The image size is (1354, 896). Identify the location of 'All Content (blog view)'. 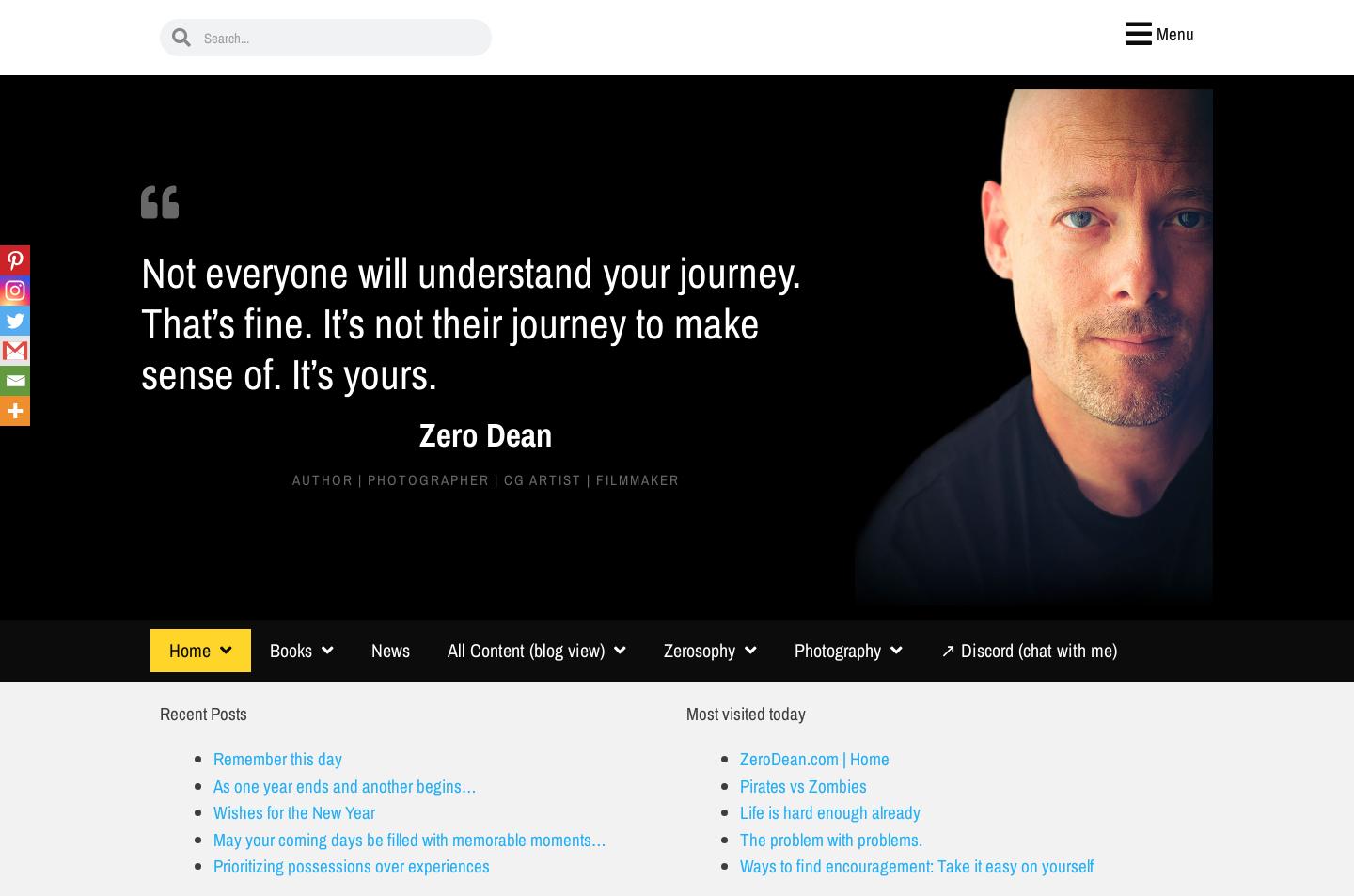
(526, 649).